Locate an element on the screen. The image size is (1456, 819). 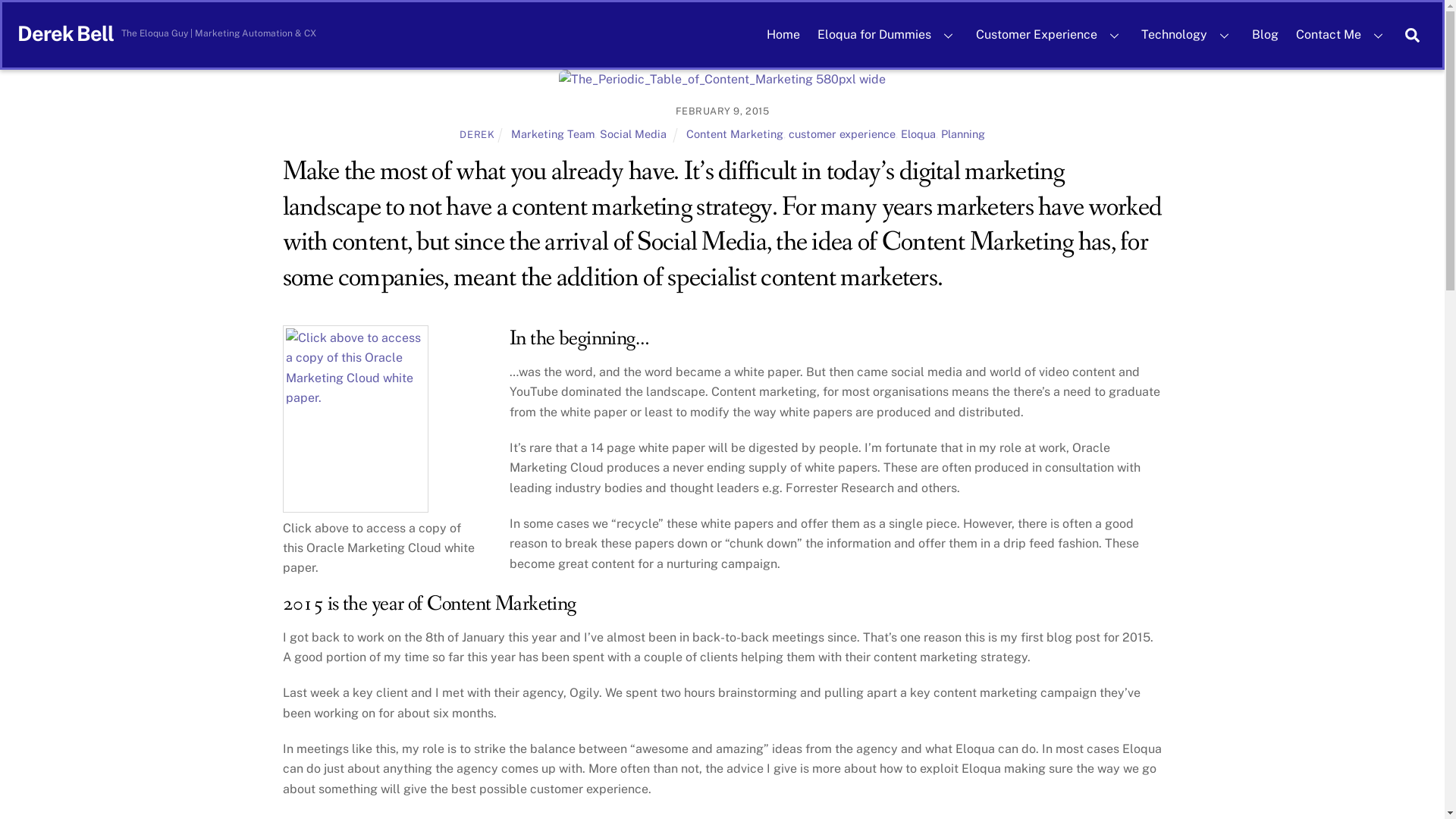
'Planning' is located at coordinates (962, 133).